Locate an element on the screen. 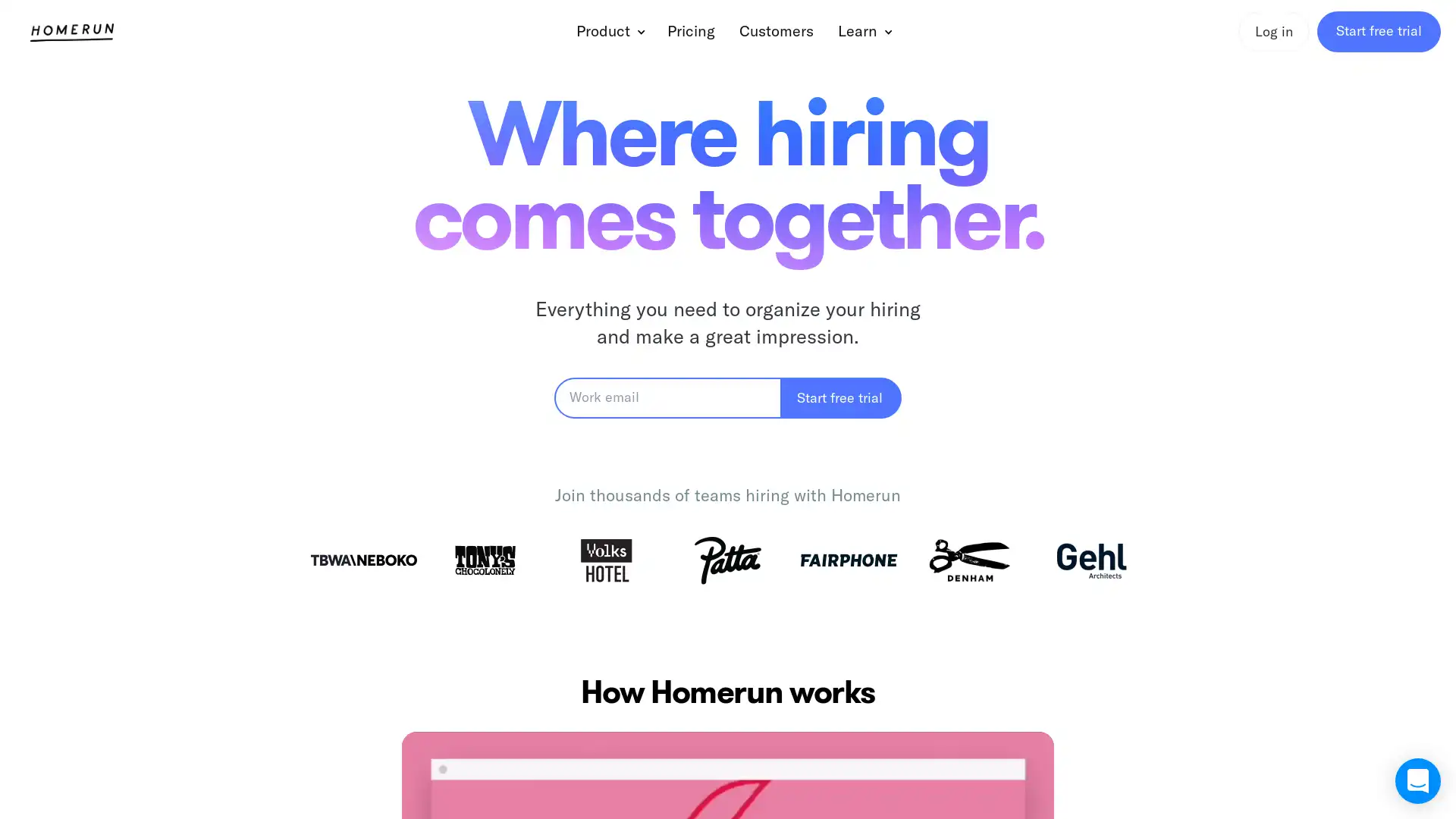  Open Intercom Messenger is located at coordinates (1417, 780).